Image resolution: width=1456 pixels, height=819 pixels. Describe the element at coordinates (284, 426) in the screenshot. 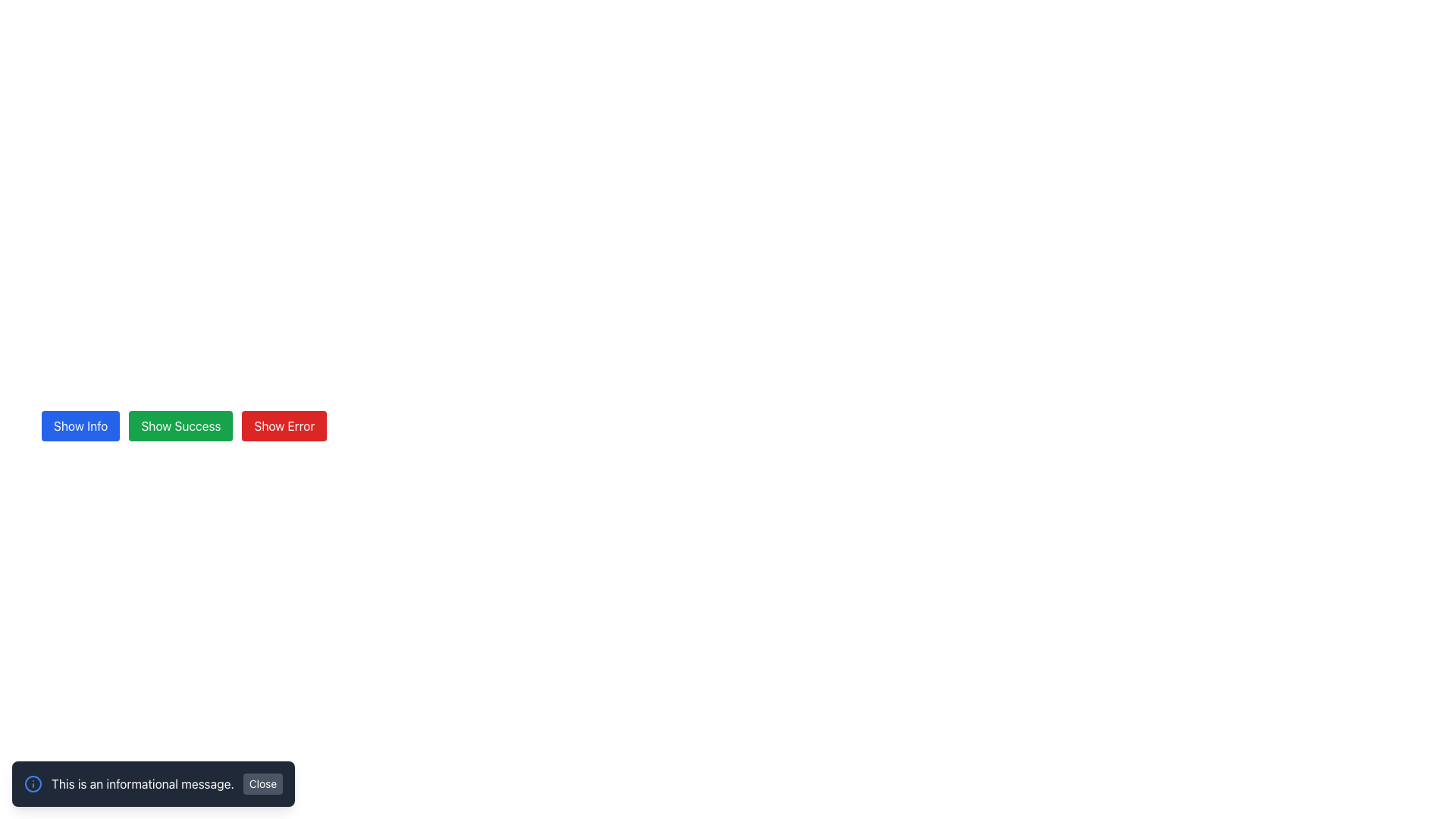

I see `the 'Show Error' button, which is a rectangular button with a red background and white text, located in the bottom section of the interface` at that location.